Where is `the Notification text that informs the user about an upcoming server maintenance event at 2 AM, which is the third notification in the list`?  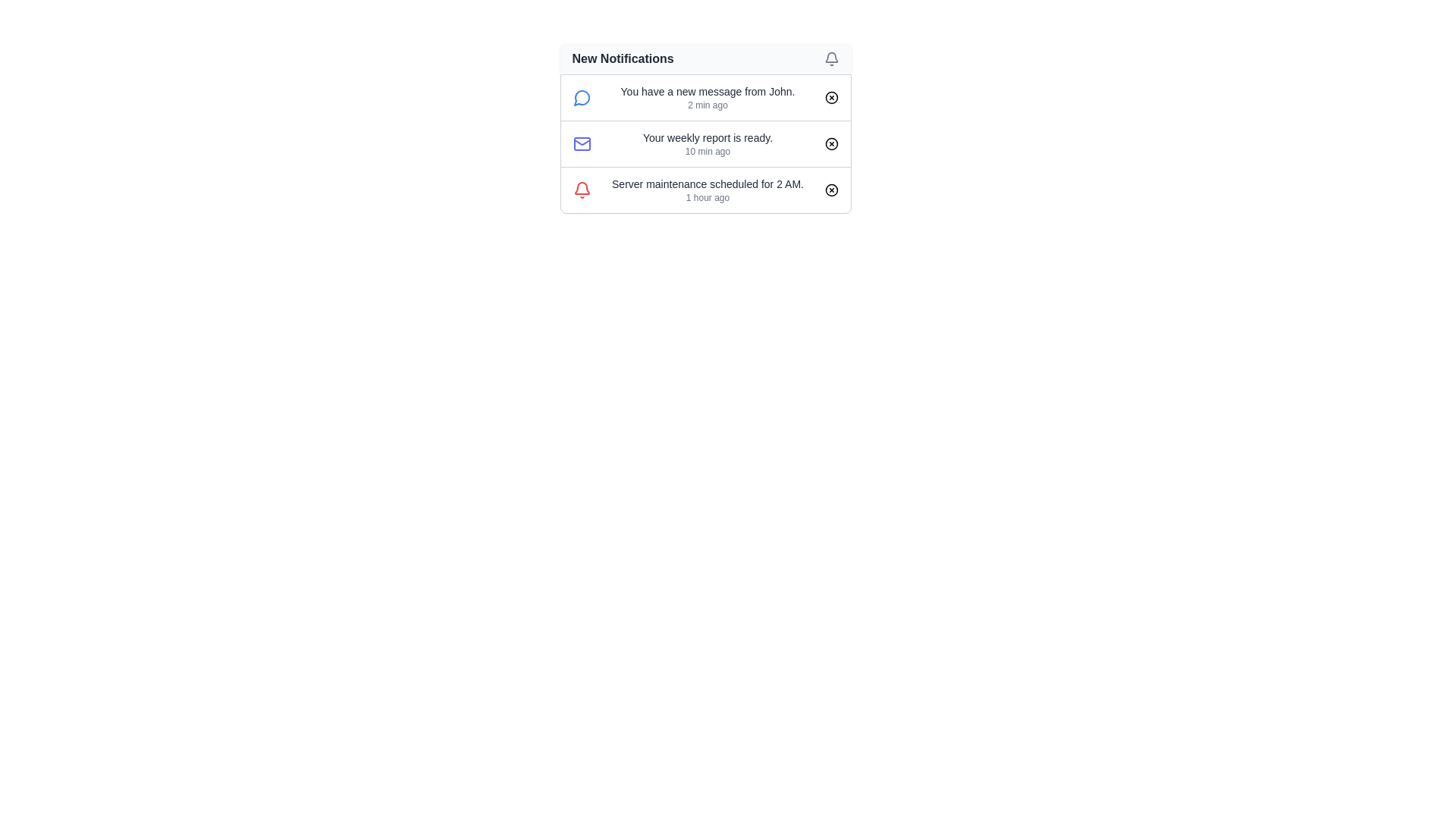
the Notification text that informs the user about an upcoming server maintenance event at 2 AM, which is the third notification in the list is located at coordinates (707, 189).